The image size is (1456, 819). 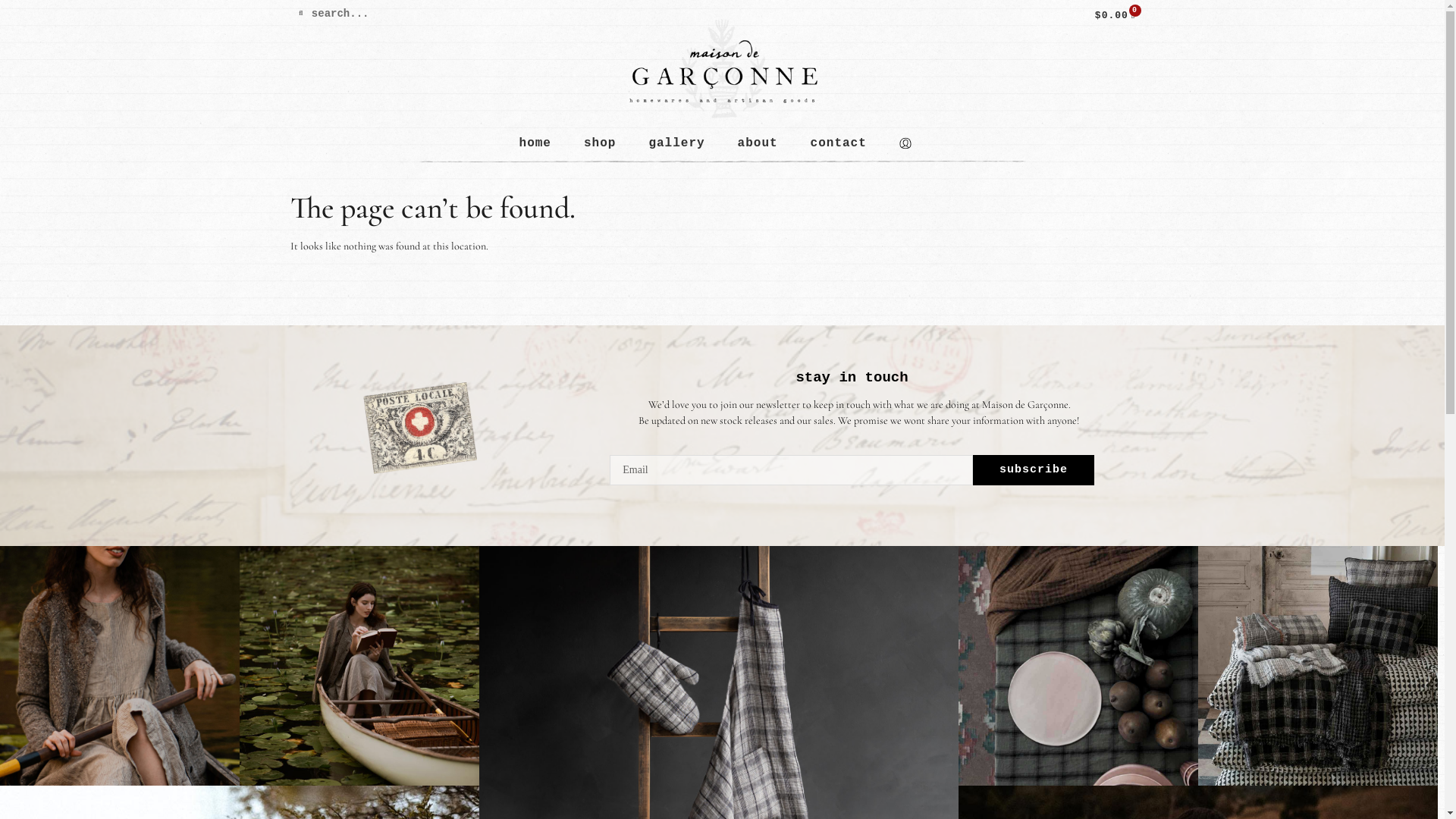 What do you see at coordinates (535, 143) in the screenshot?
I see `'home'` at bounding box center [535, 143].